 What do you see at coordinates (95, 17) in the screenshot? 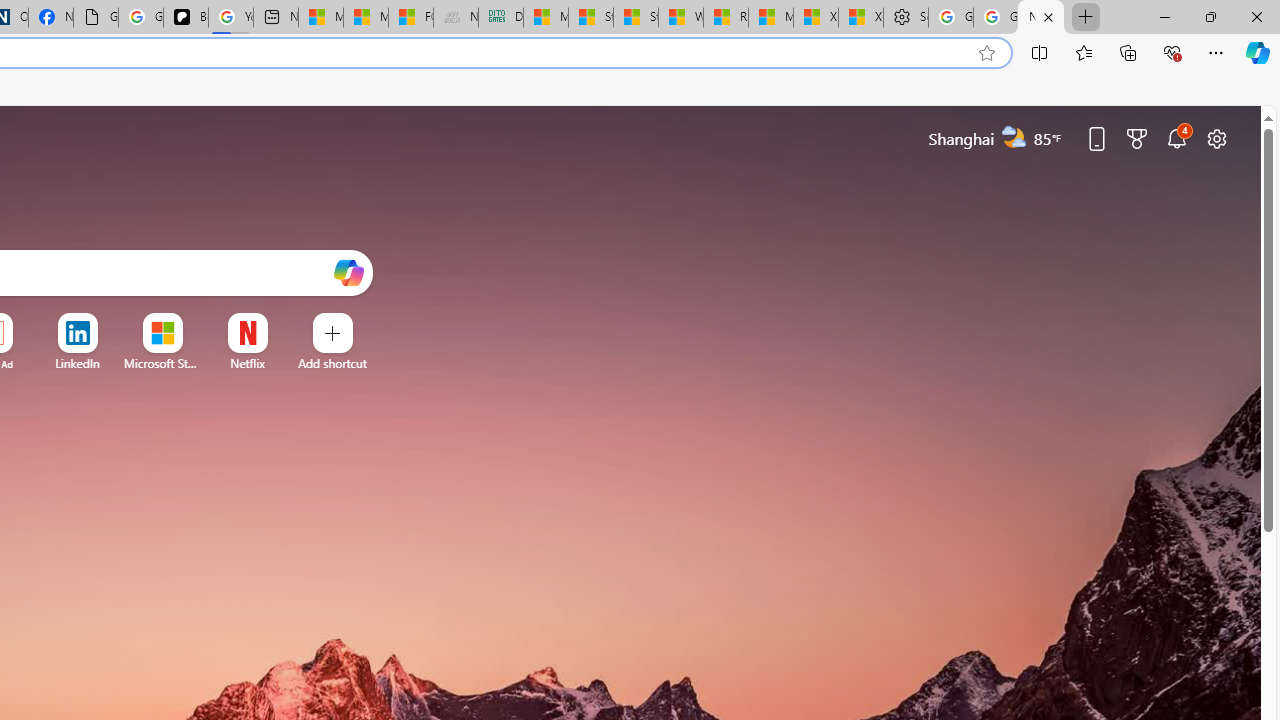
I see `'Google Analytics Opt-out Browser Add-on Download Page'` at bounding box center [95, 17].